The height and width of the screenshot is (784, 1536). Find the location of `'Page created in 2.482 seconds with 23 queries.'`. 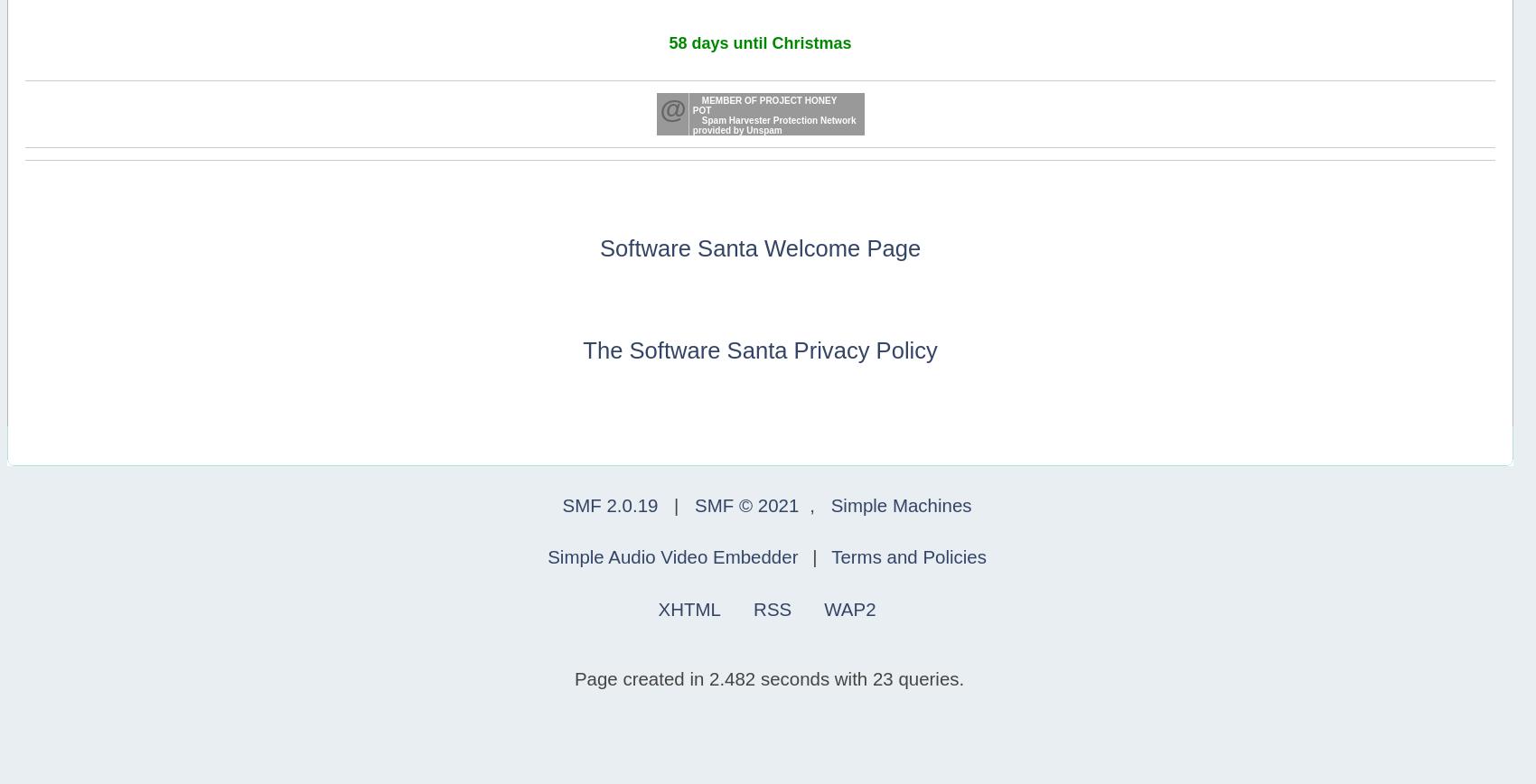

'Page created in 2.482 seconds with 23 queries.' is located at coordinates (769, 677).